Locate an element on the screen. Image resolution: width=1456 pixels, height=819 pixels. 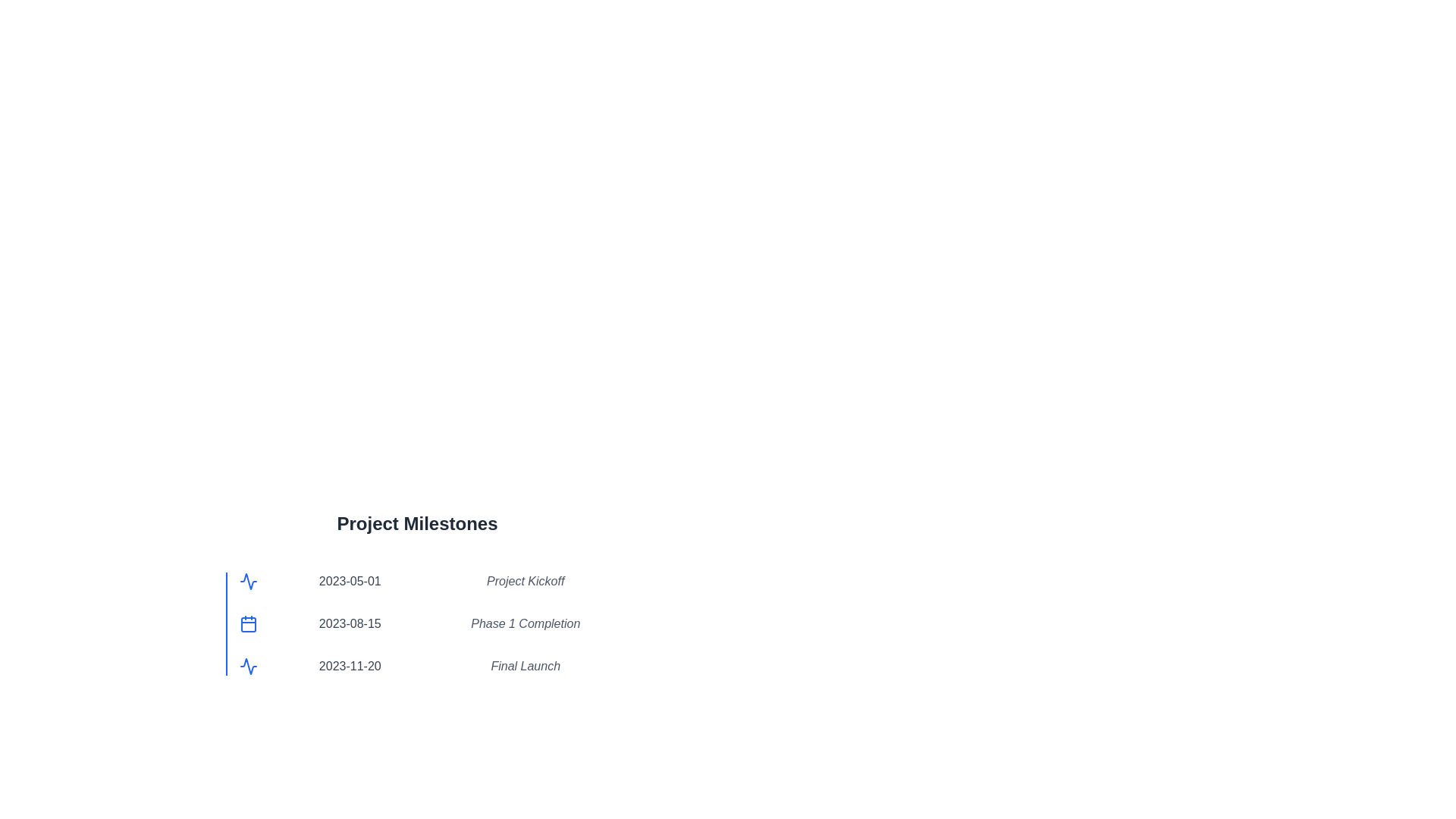
the SVG graphic icon representing the activity for the 'Final Launch' milestone, located in the leftmost column adjacent to the bold date text is located at coordinates (248, 666).